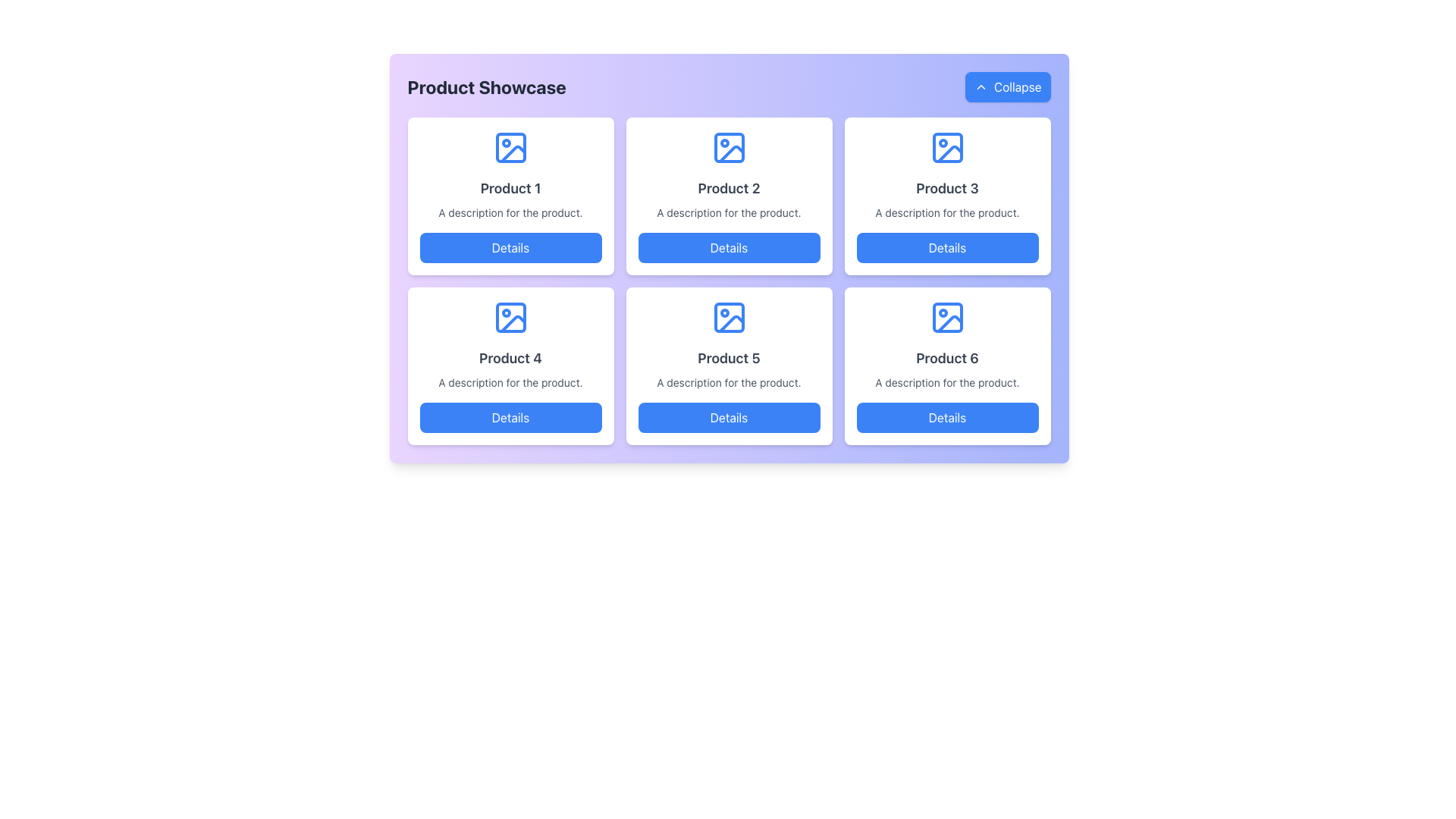  Describe the element at coordinates (510, 317) in the screenshot. I see `the blue outline icon depicting an image, which is centrally aligned within the top section of the card labeled 'Product 4'` at that location.